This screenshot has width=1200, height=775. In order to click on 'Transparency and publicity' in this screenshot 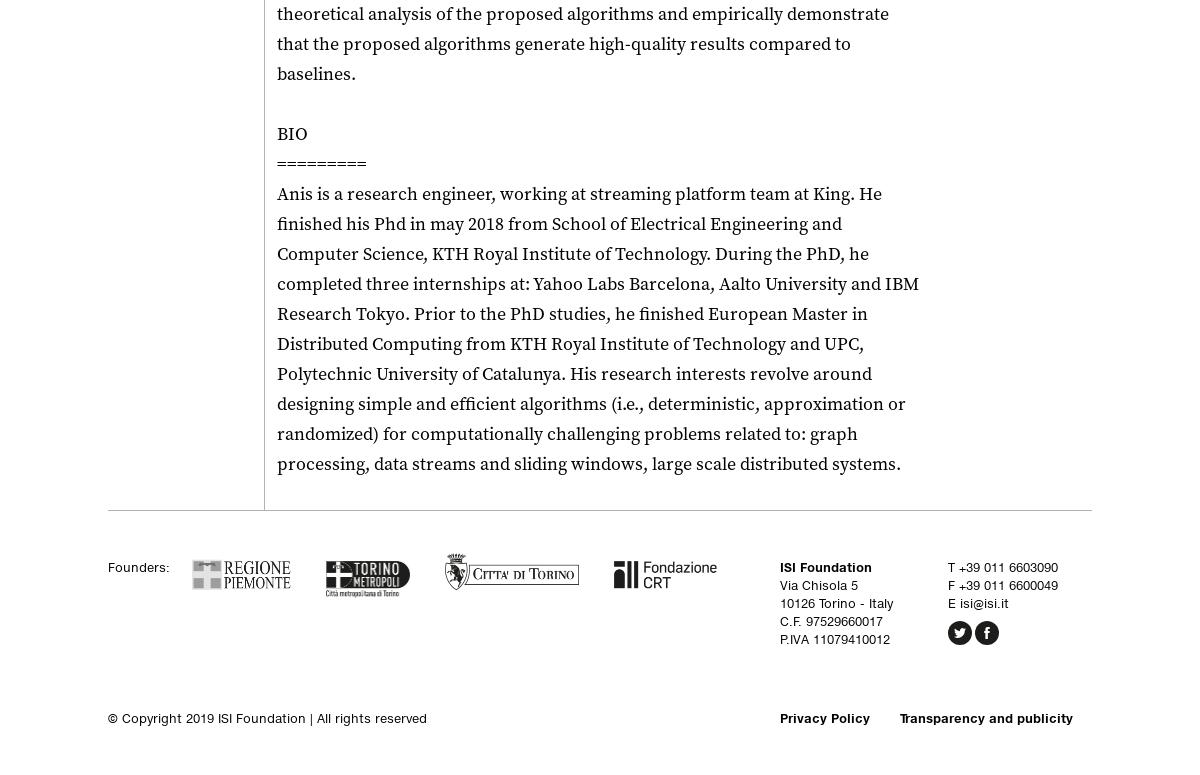, I will do `click(986, 718)`.